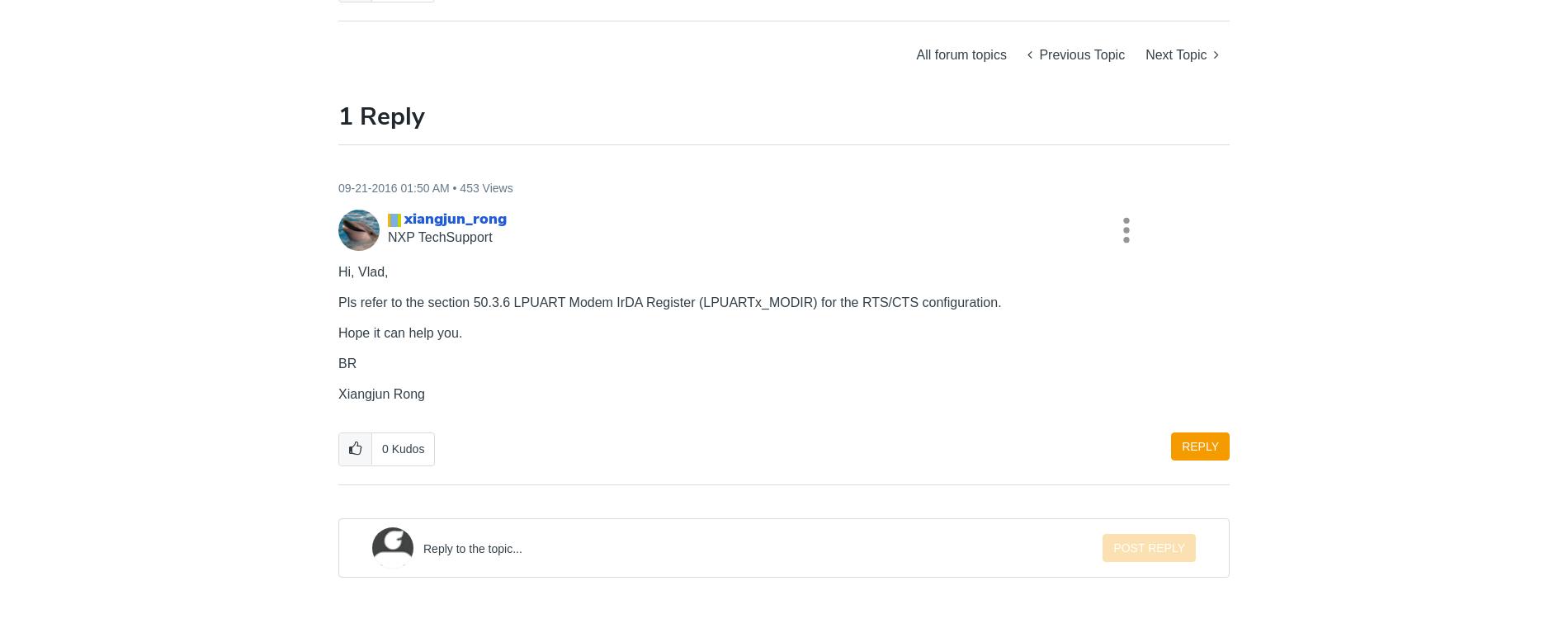 Image resolution: width=1568 pixels, height=633 pixels. Describe the element at coordinates (390, 449) in the screenshot. I see `'Kudos'` at that location.